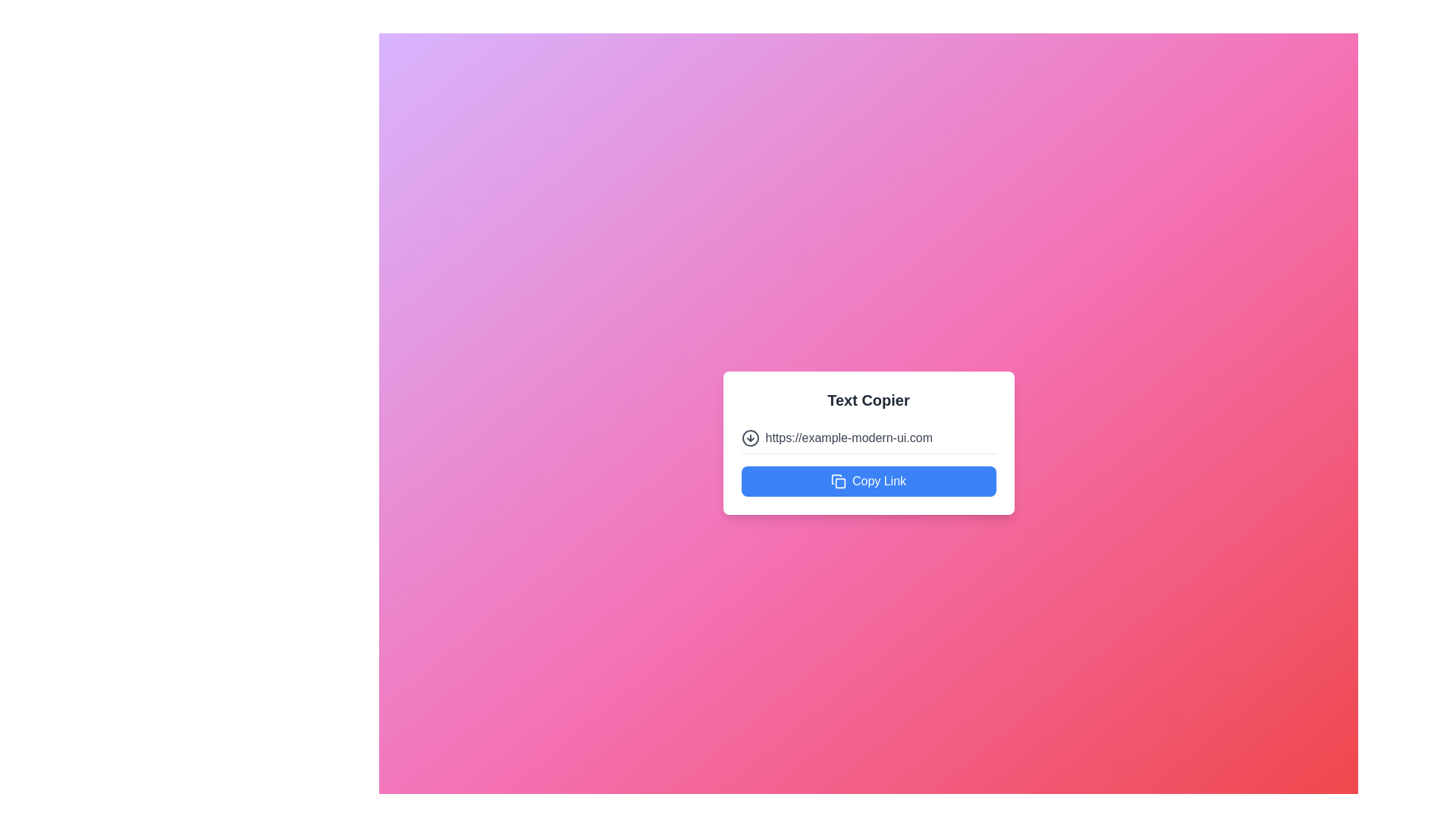 This screenshot has width=1456, height=819. I want to click on the decorative circular element located in the center of the downward arrow icon within the text copier card area, so click(750, 438).